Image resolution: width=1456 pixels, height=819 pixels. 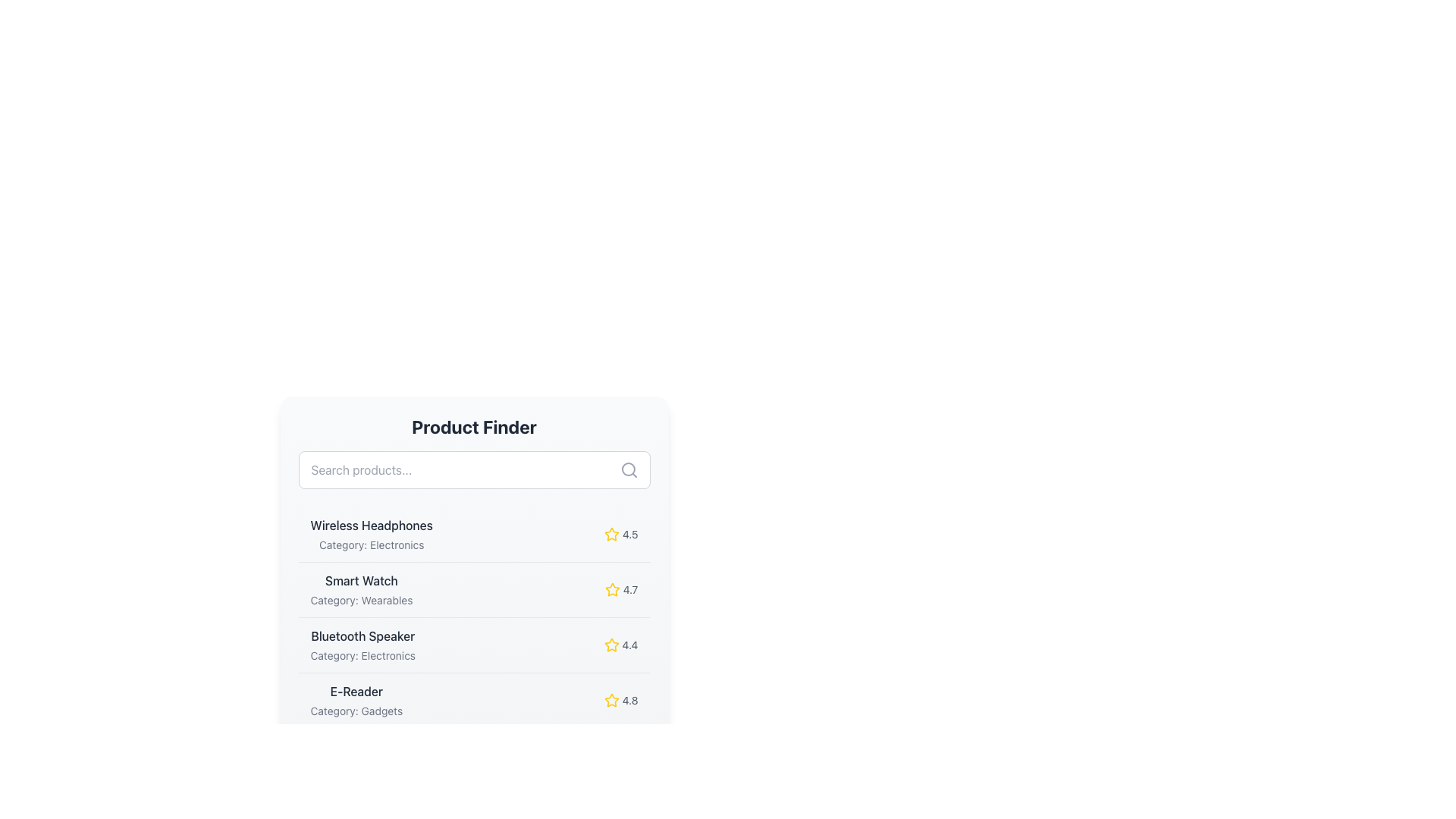 I want to click on the fourth yellow star icon in the rating system for the product 'E-Reader', so click(x=611, y=700).